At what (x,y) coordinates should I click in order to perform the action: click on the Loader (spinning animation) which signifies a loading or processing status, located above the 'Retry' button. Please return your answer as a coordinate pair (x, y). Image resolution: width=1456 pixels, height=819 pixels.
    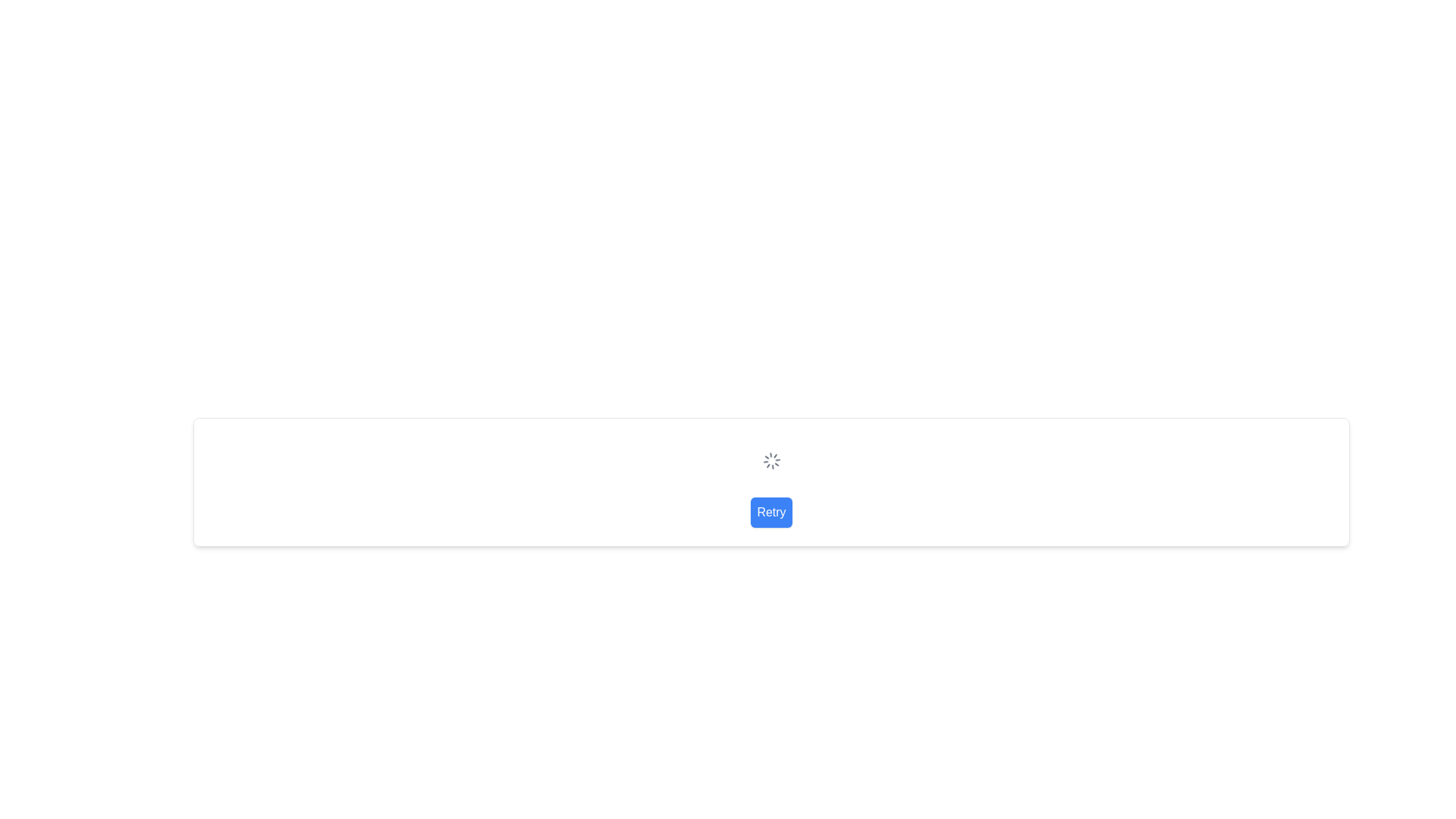
    Looking at the image, I should click on (771, 460).